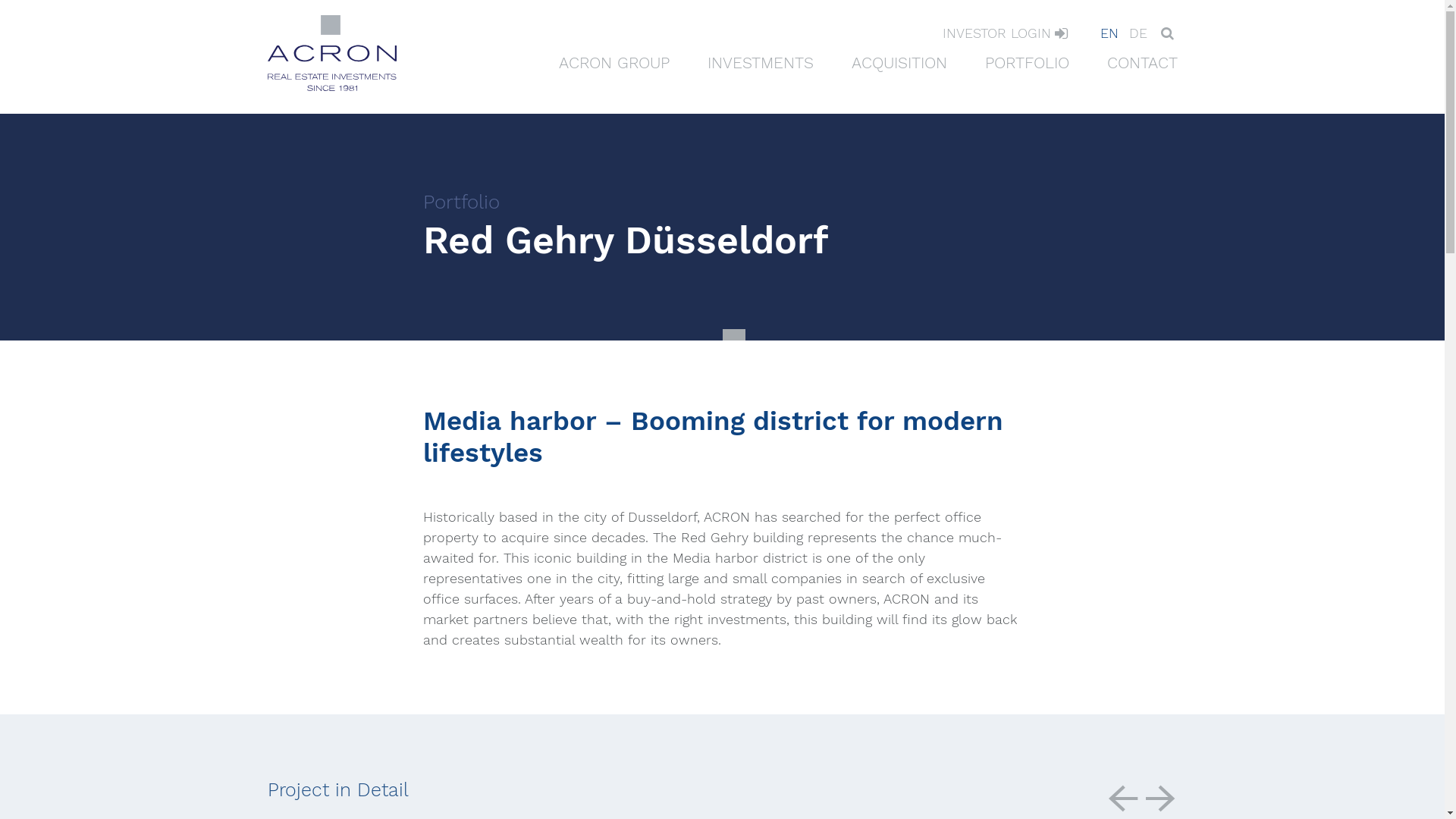 This screenshot has width=1456, height=819. Describe the element at coordinates (1138, 61) in the screenshot. I see `'CONTACT'` at that location.